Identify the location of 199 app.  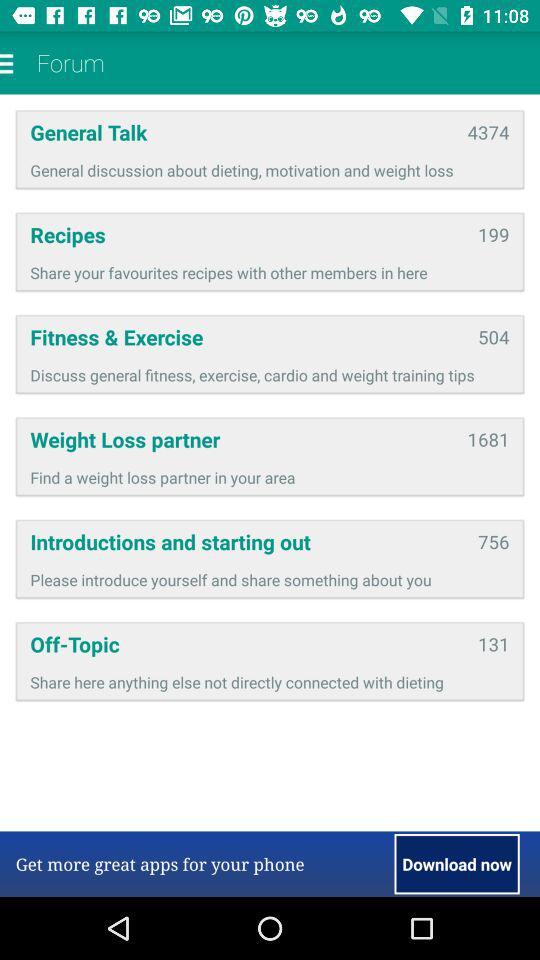
(492, 234).